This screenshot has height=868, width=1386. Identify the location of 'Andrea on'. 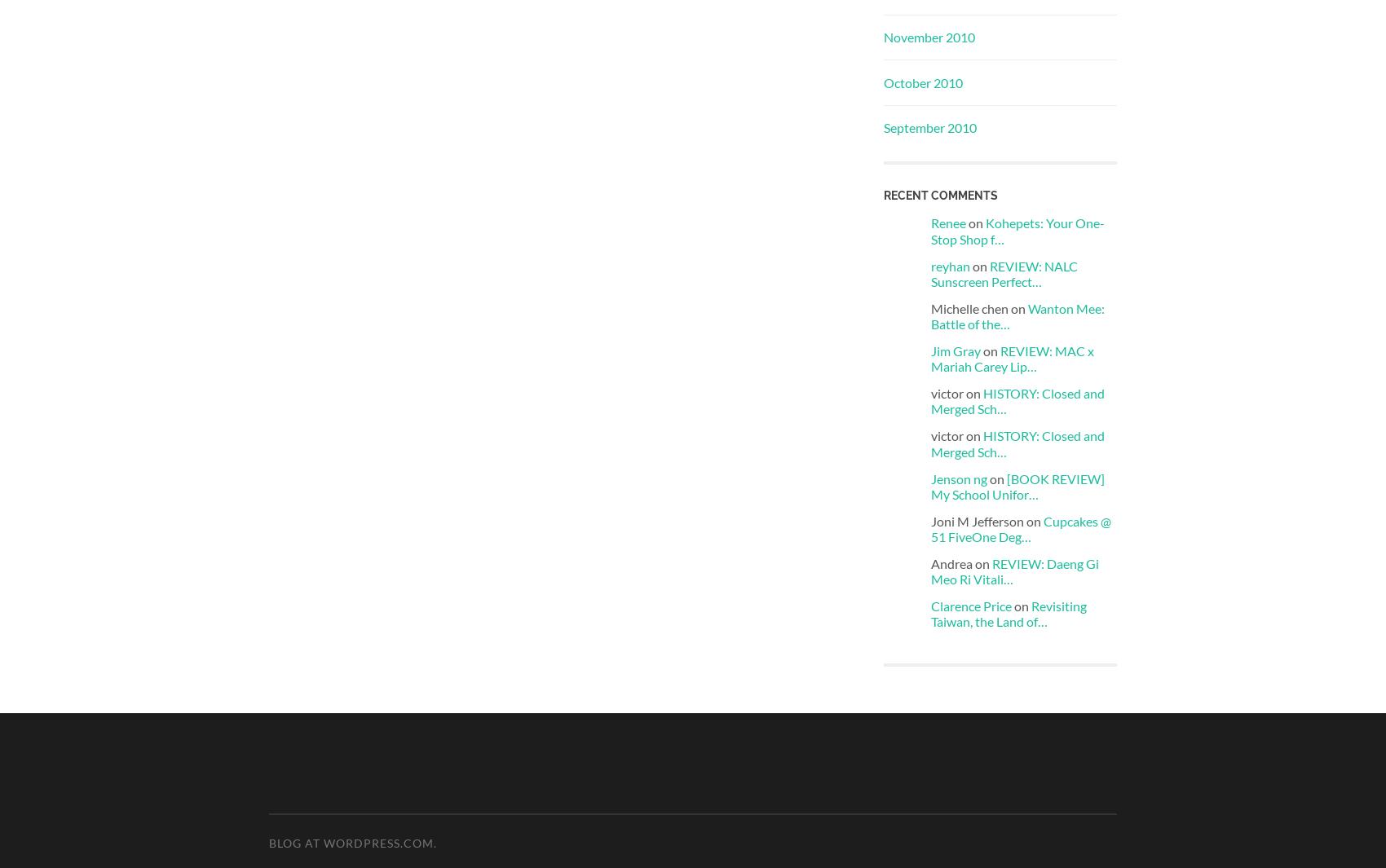
(960, 562).